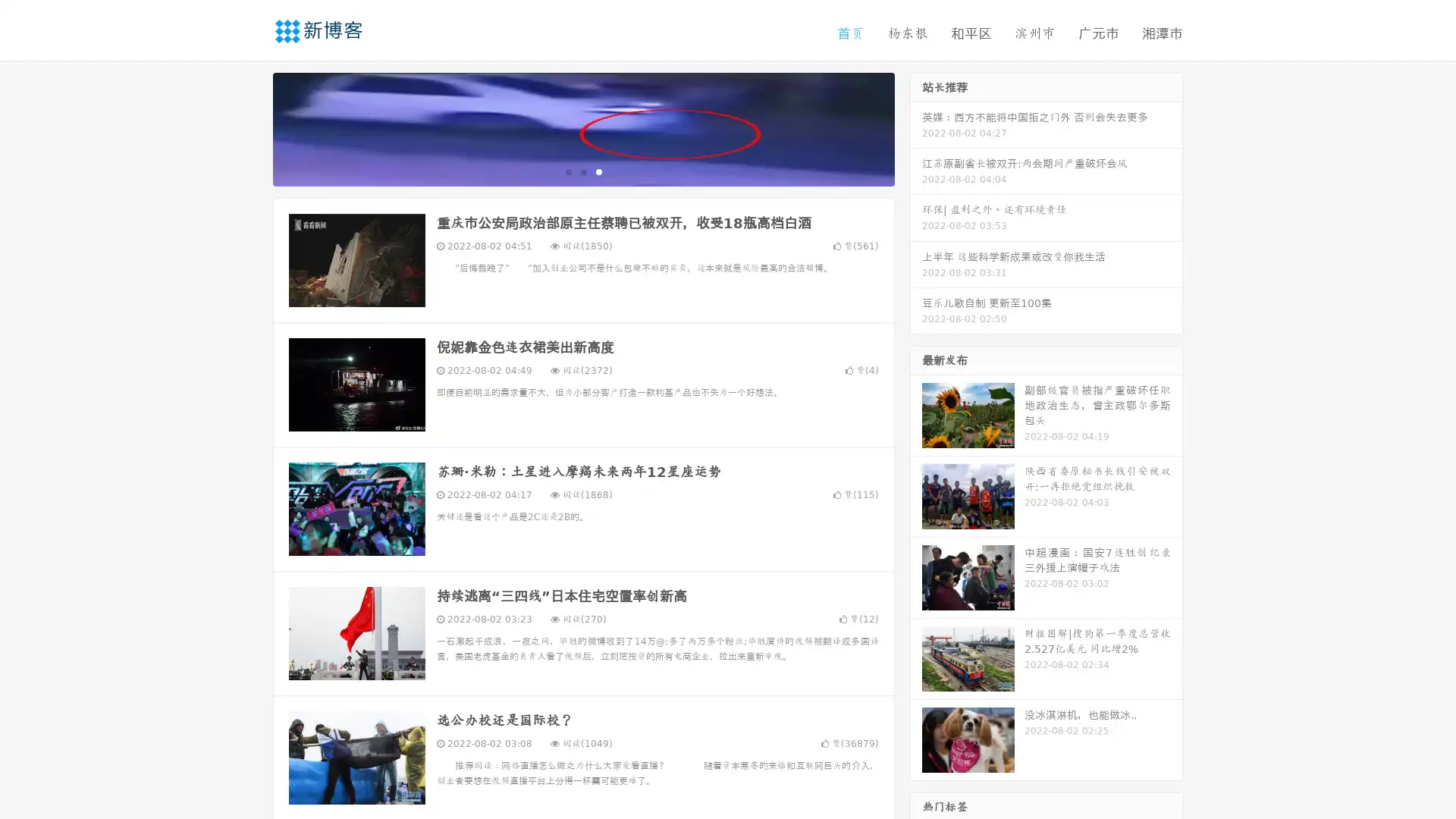  Describe the element at coordinates (916, 127) in the screenshot. I see `Next slide` at that location.